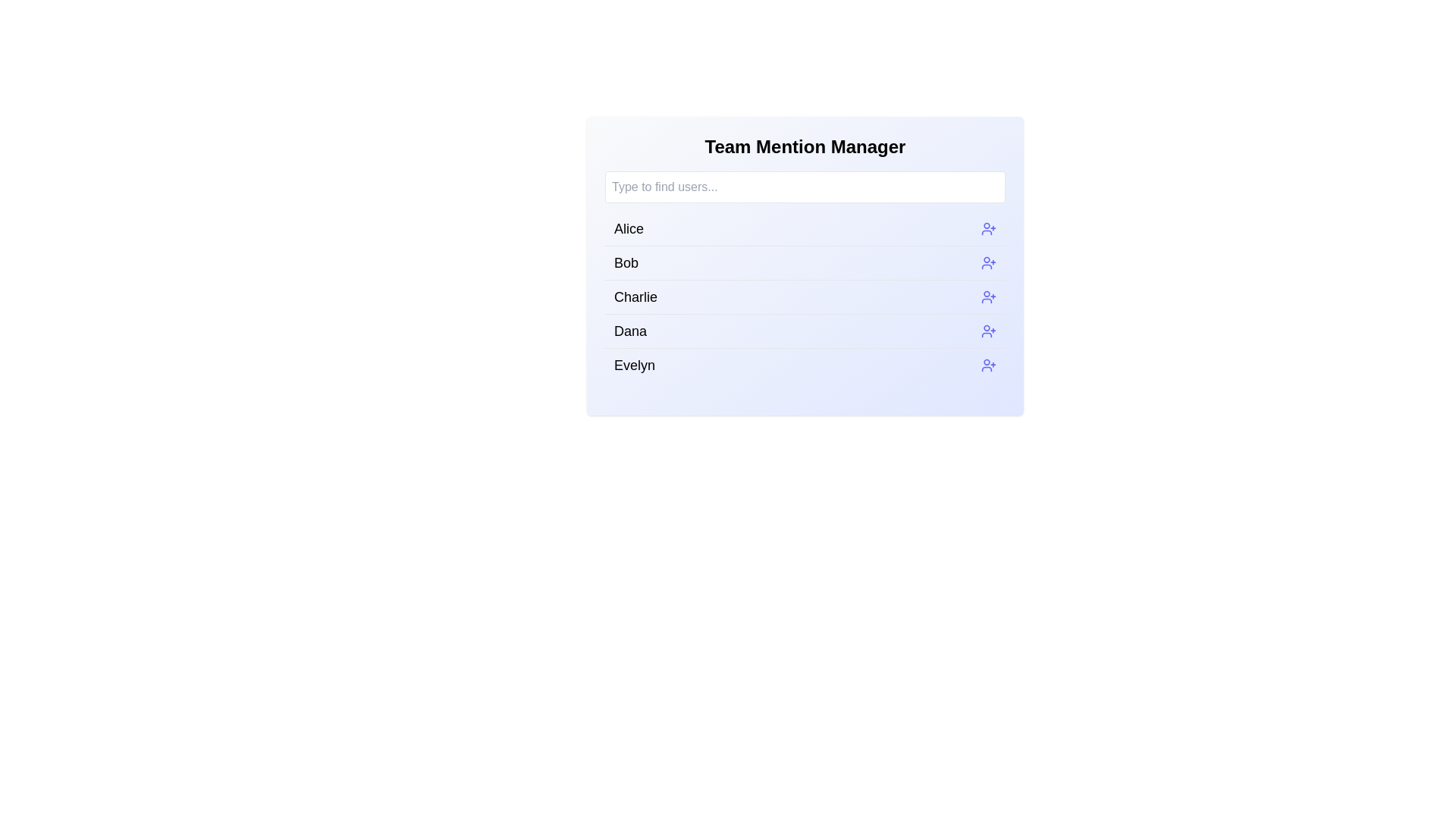 The image size is (1456, 819). Describe the element at coordinates (989, 330) in the screenshot. I see `the user addition icon, which is a small blue circular button with a plus sign, located to the right of the user 'Dana' in the user list` at that location.